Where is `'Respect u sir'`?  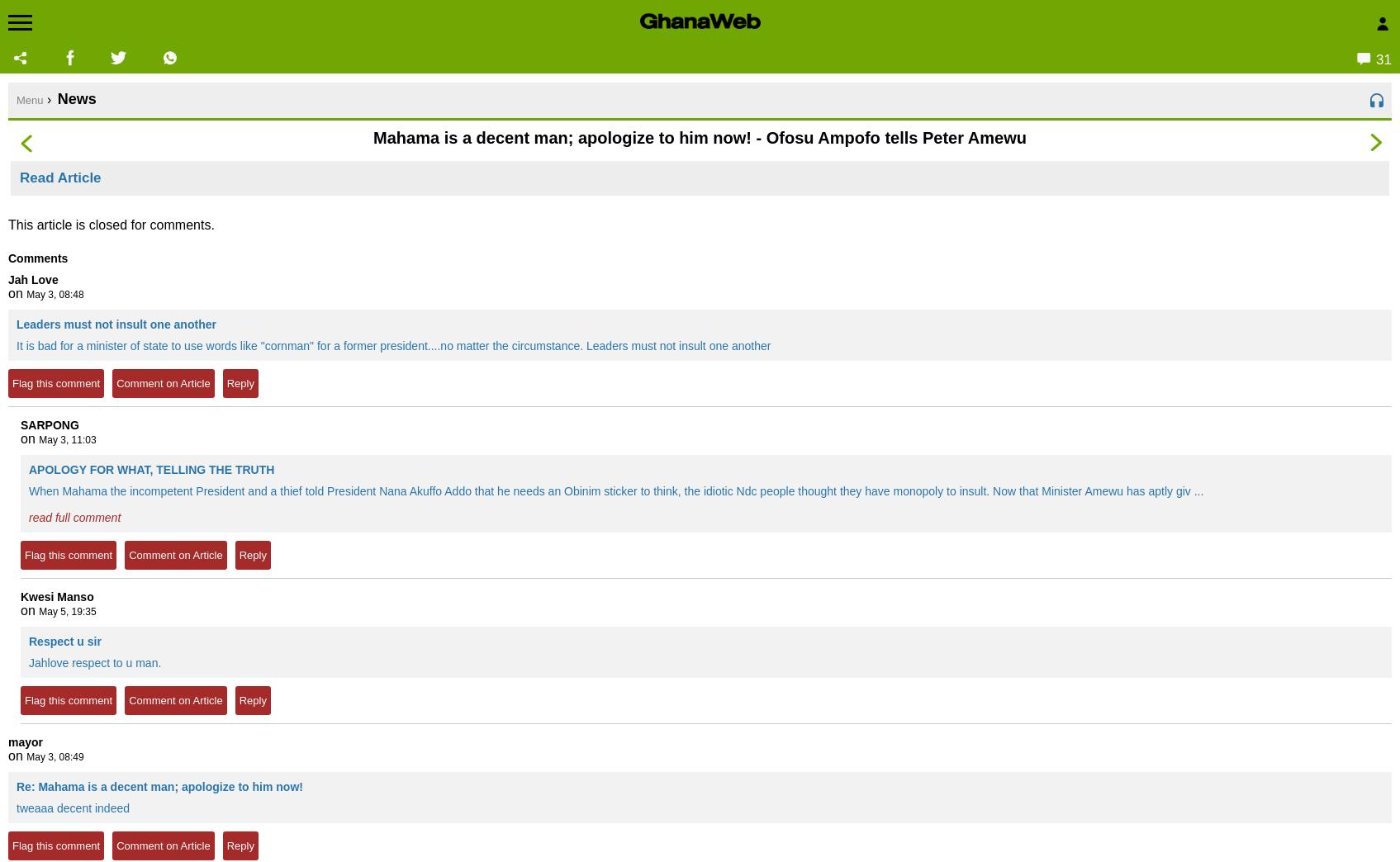
'Respect u sir' is located at coordinates (64, 642).